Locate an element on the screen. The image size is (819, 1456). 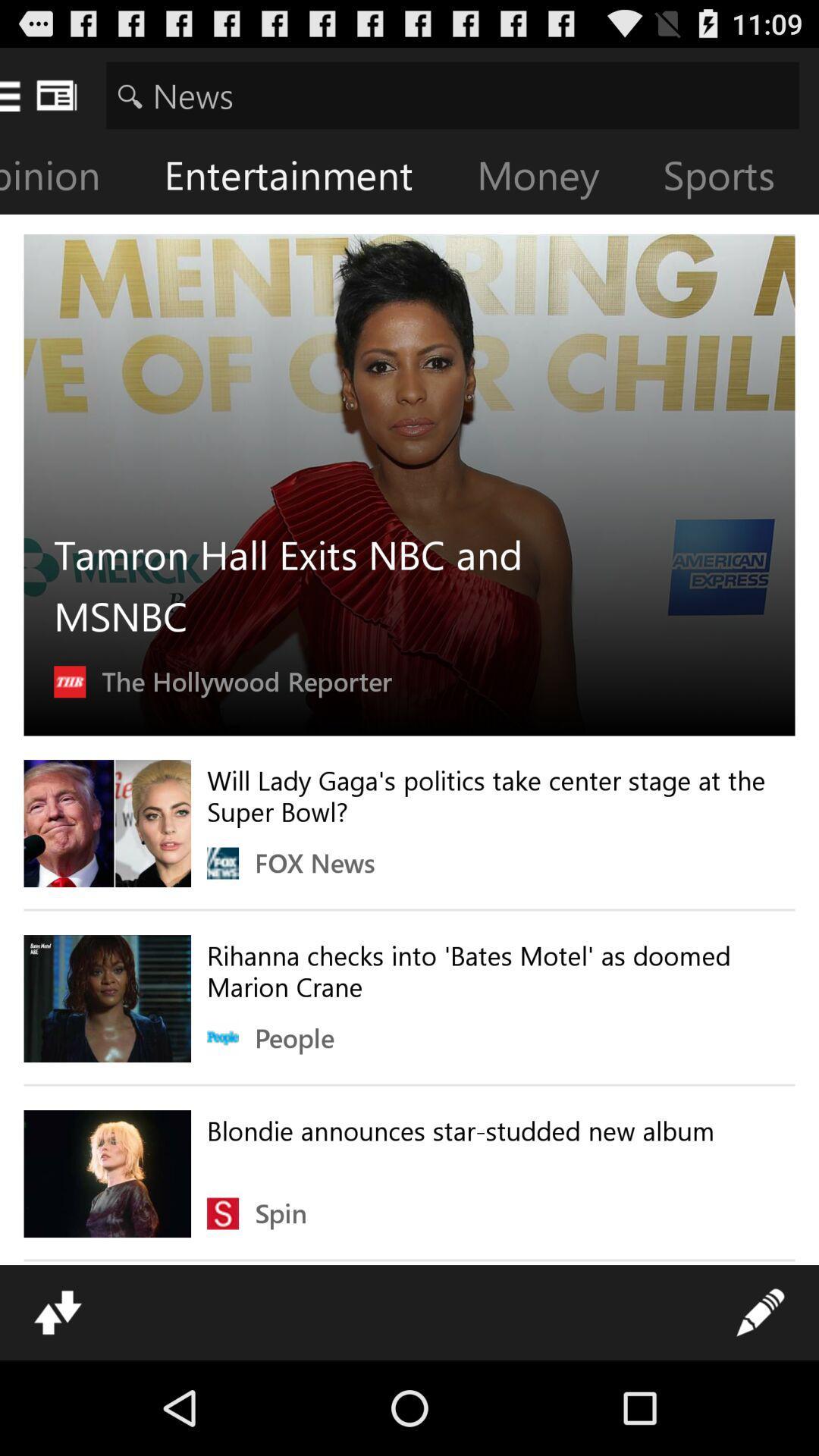
item above opinion icon is located at coordinates (452, 94).